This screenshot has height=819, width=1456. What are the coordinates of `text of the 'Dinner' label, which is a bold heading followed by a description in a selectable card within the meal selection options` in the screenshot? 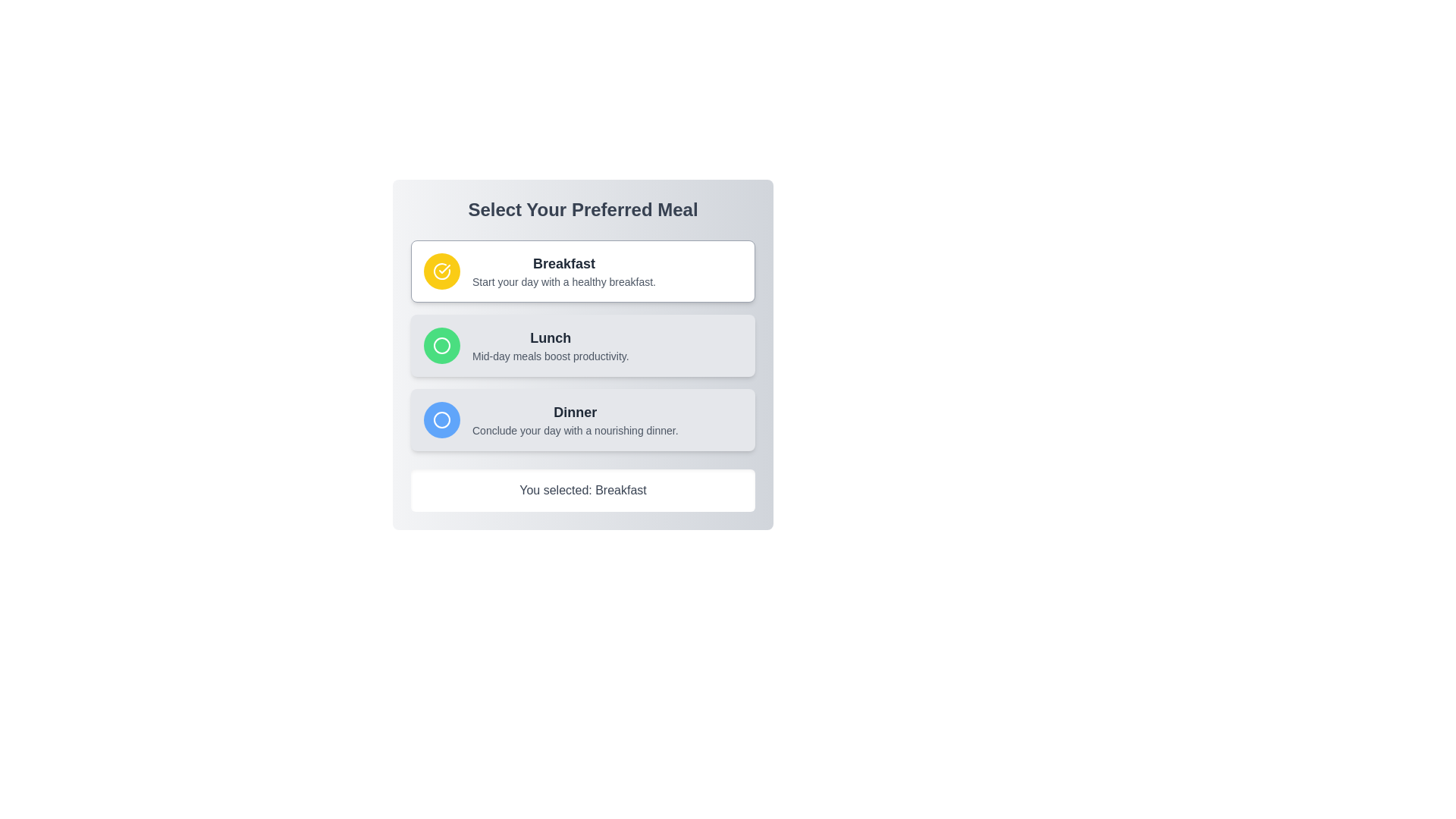 It's located at (574, 420).